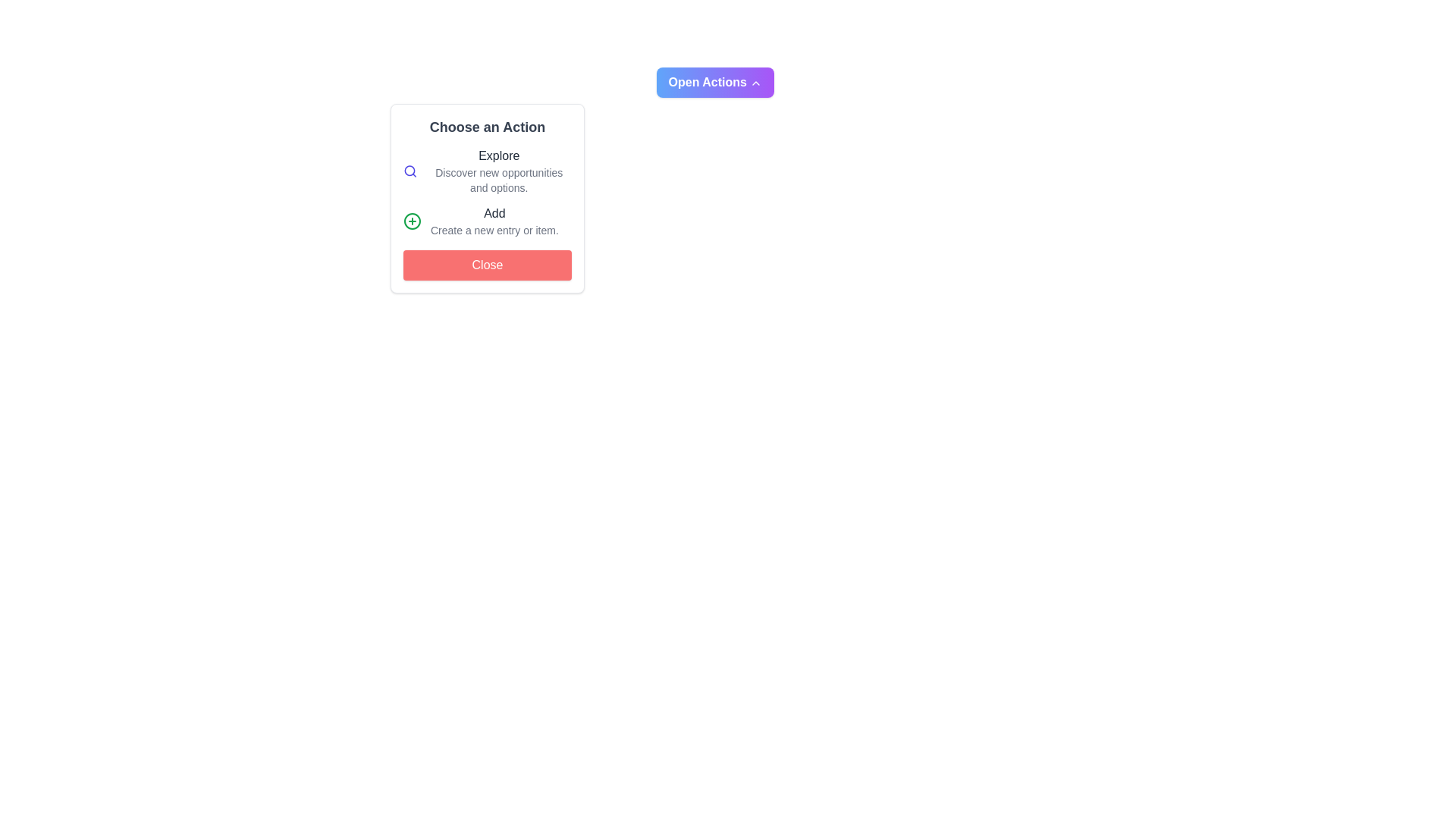 This screenshot has width=1456, height=819. Describe the element at coordinates (494, 221) in the screenshot. I see `the 'Add' text label` at that location.